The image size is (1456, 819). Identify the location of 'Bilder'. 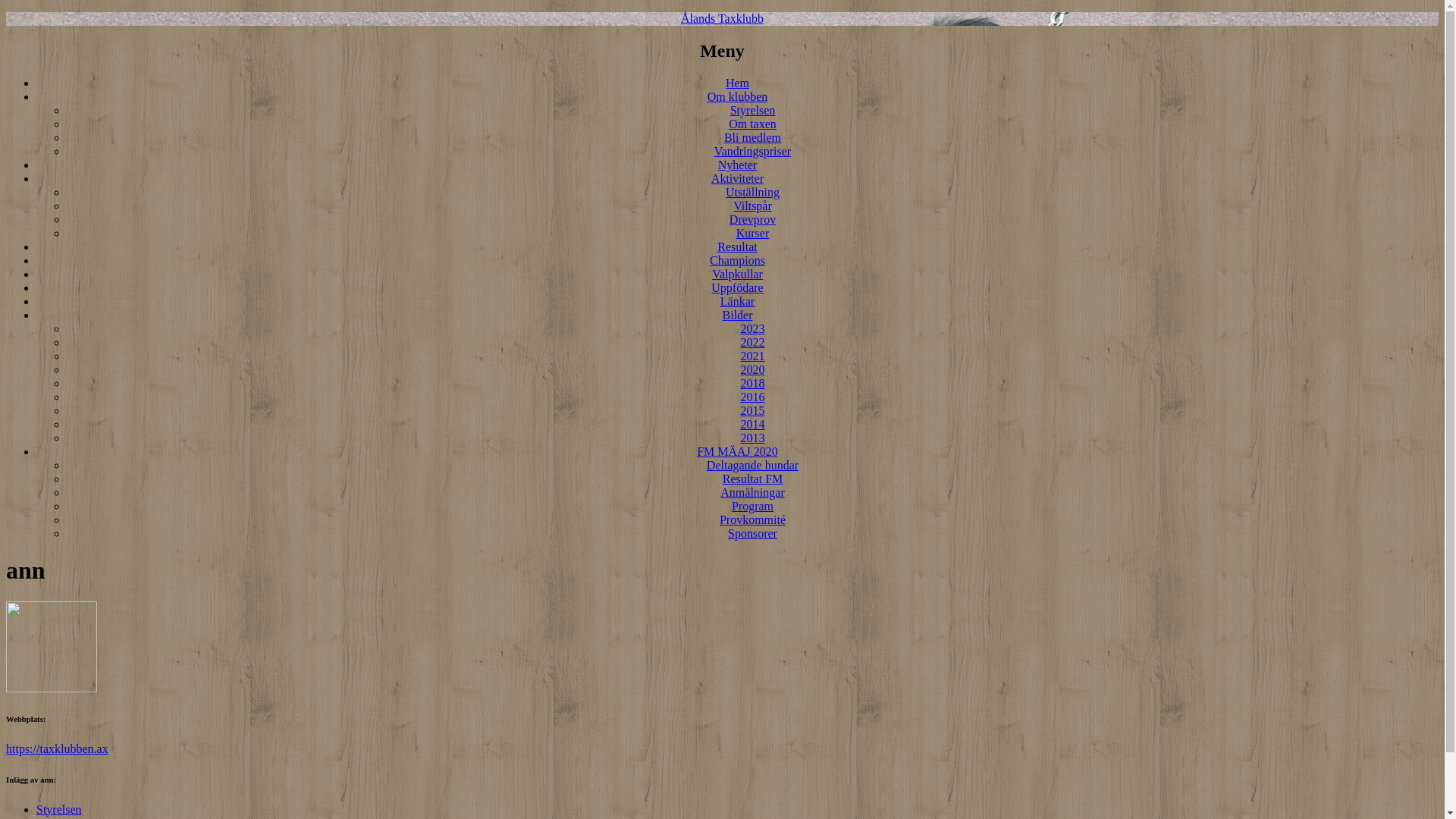
(737, 314).